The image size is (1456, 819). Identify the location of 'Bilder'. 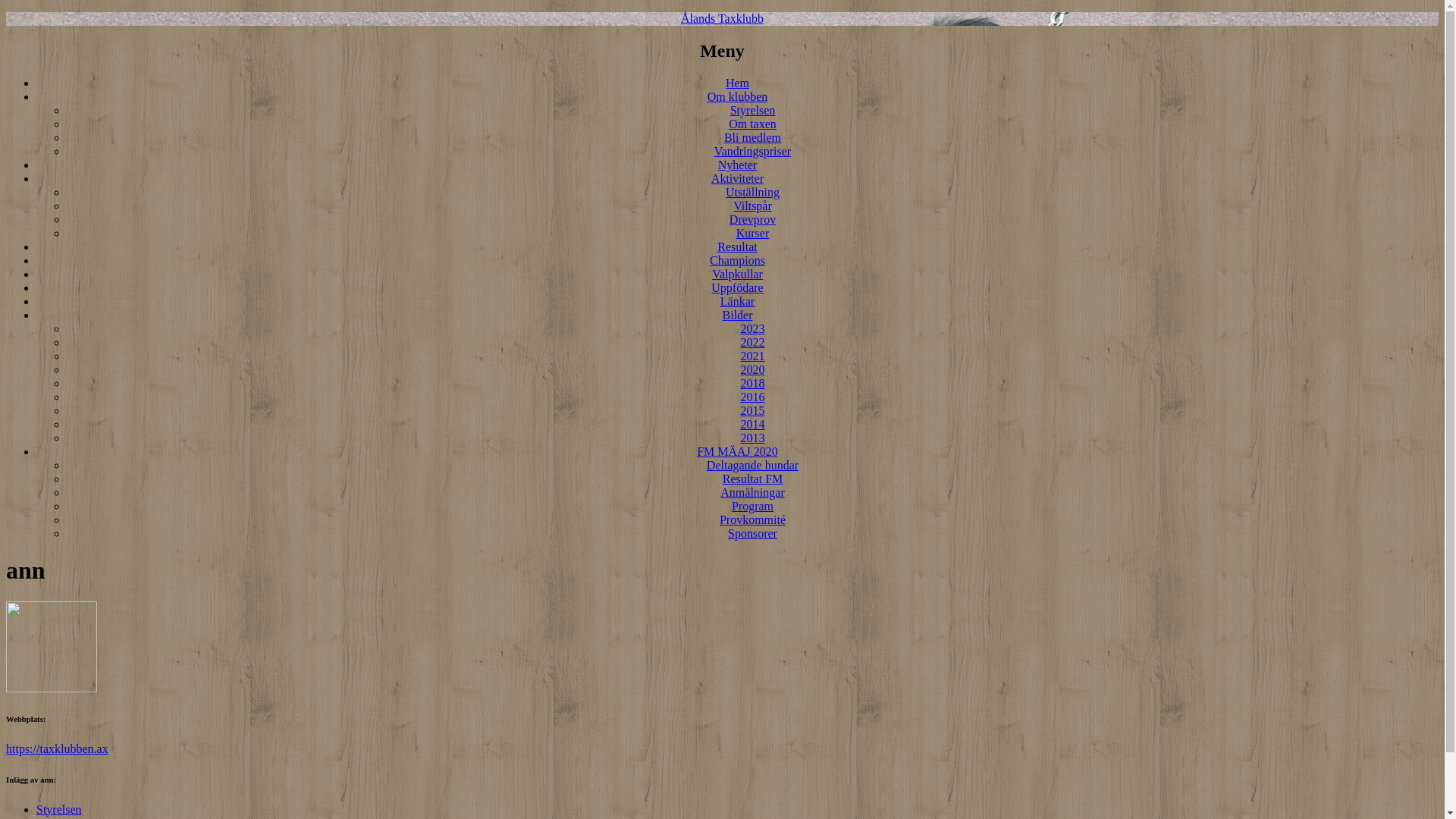
(737, 314).